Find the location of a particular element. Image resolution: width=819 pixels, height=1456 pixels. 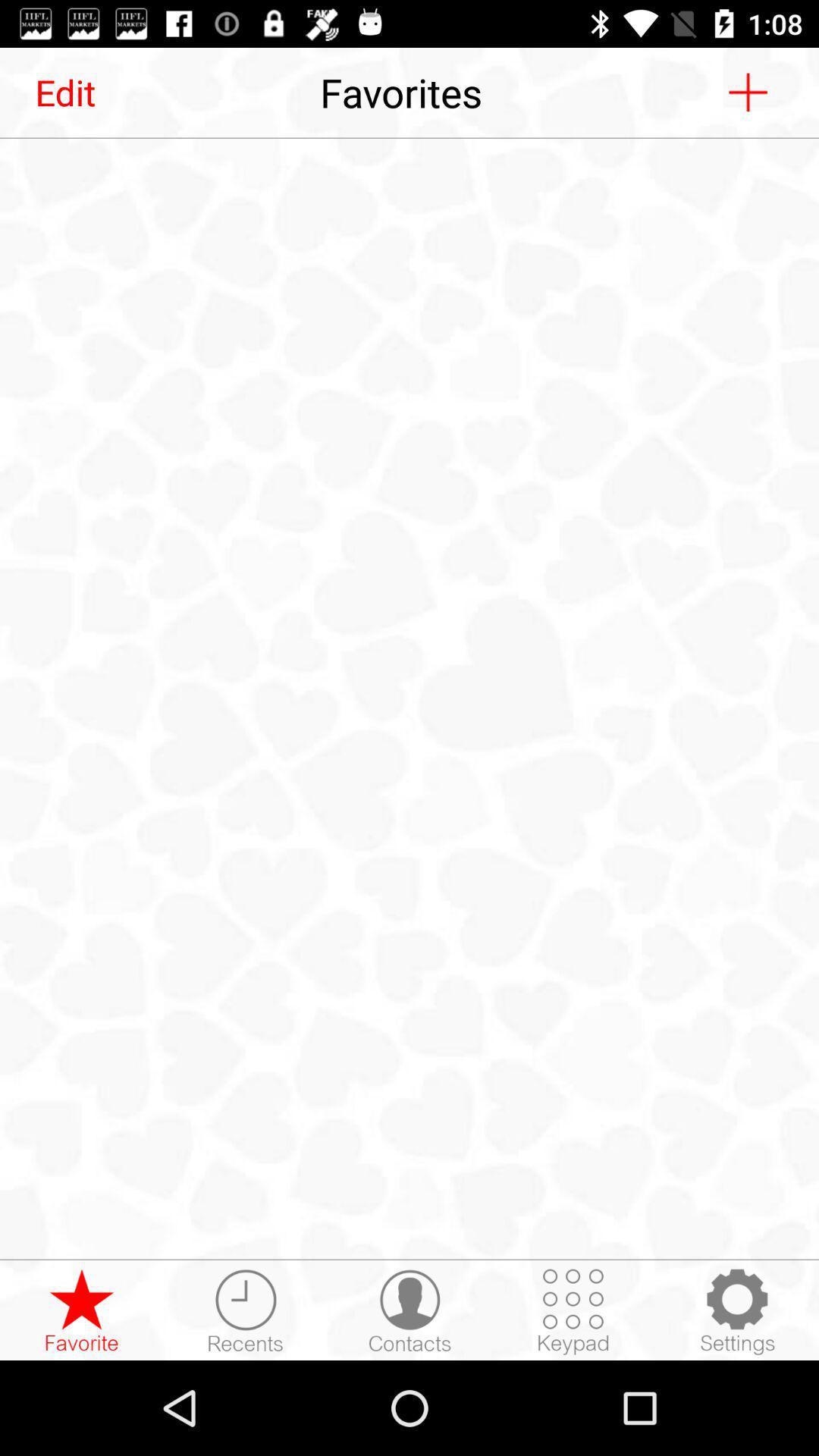

open recent is located at coordinates (245, 1310).